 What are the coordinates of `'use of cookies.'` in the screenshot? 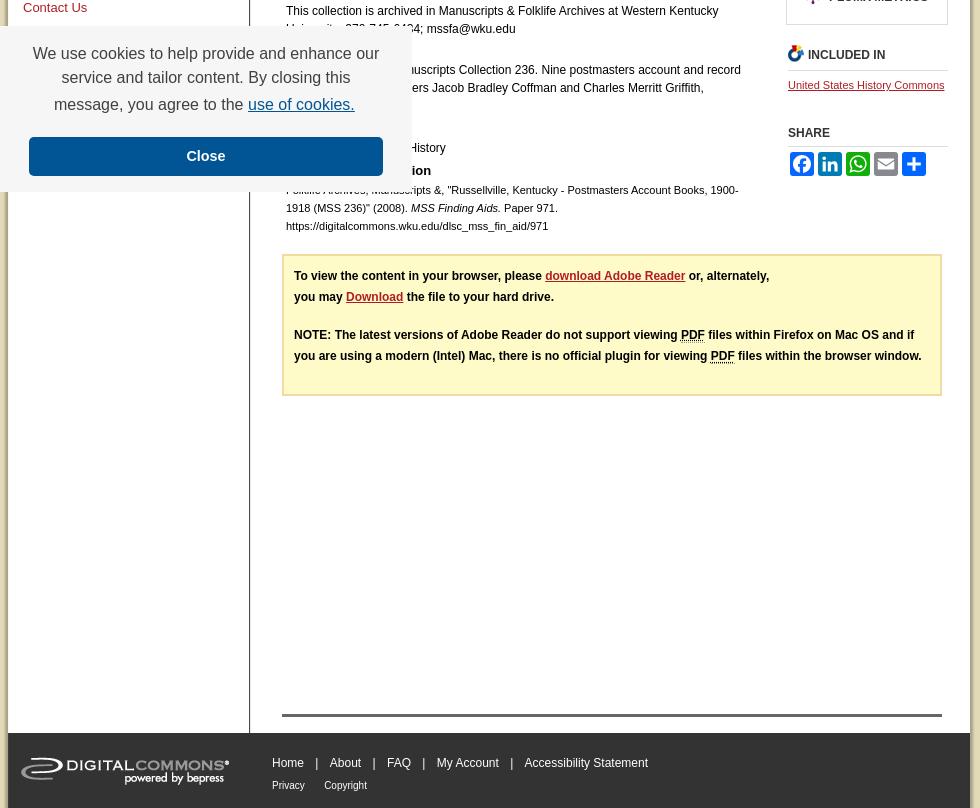 It's located at (300, 103).